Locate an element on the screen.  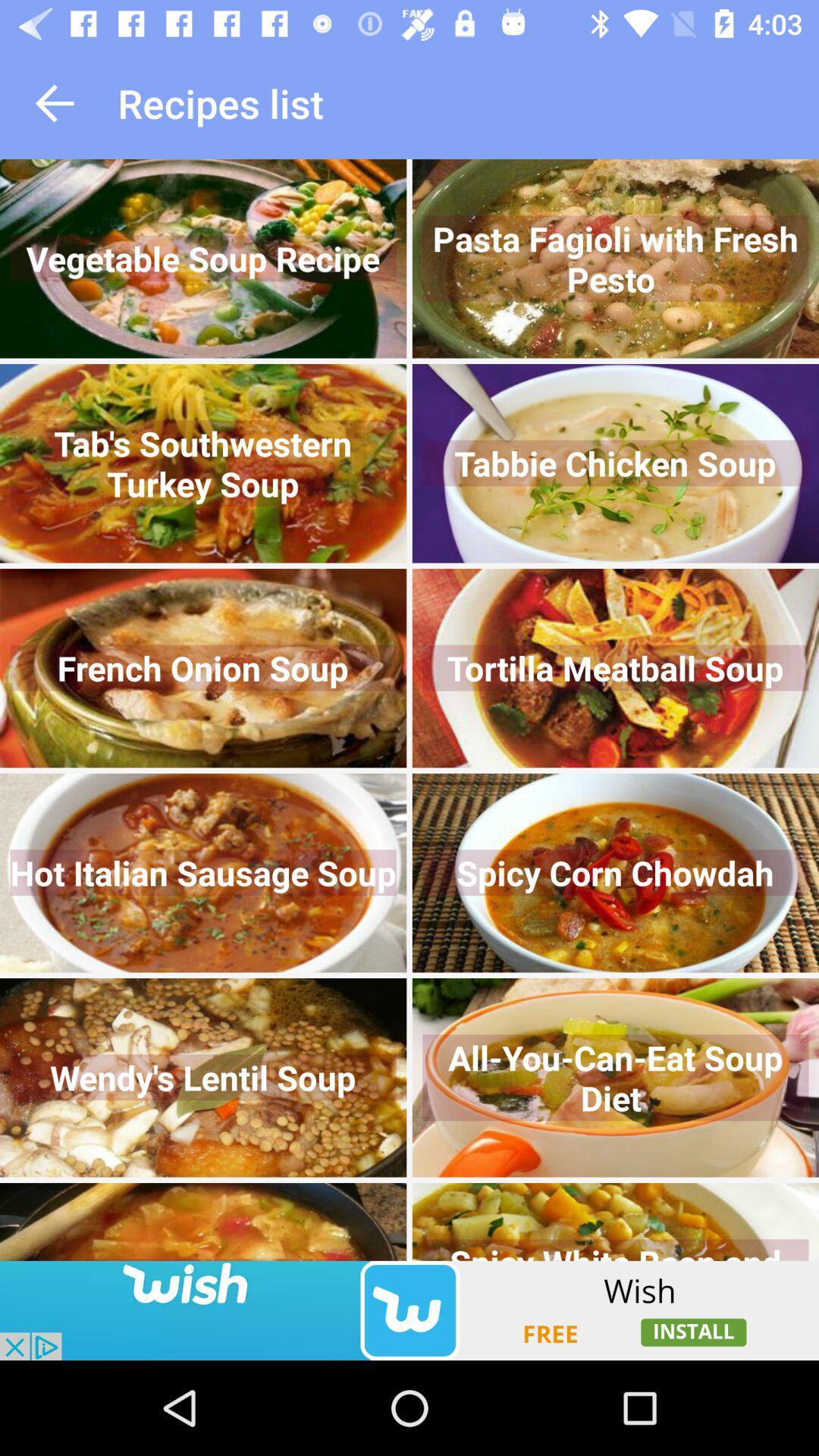
click discriiption is located at coordinates (409, 1310).